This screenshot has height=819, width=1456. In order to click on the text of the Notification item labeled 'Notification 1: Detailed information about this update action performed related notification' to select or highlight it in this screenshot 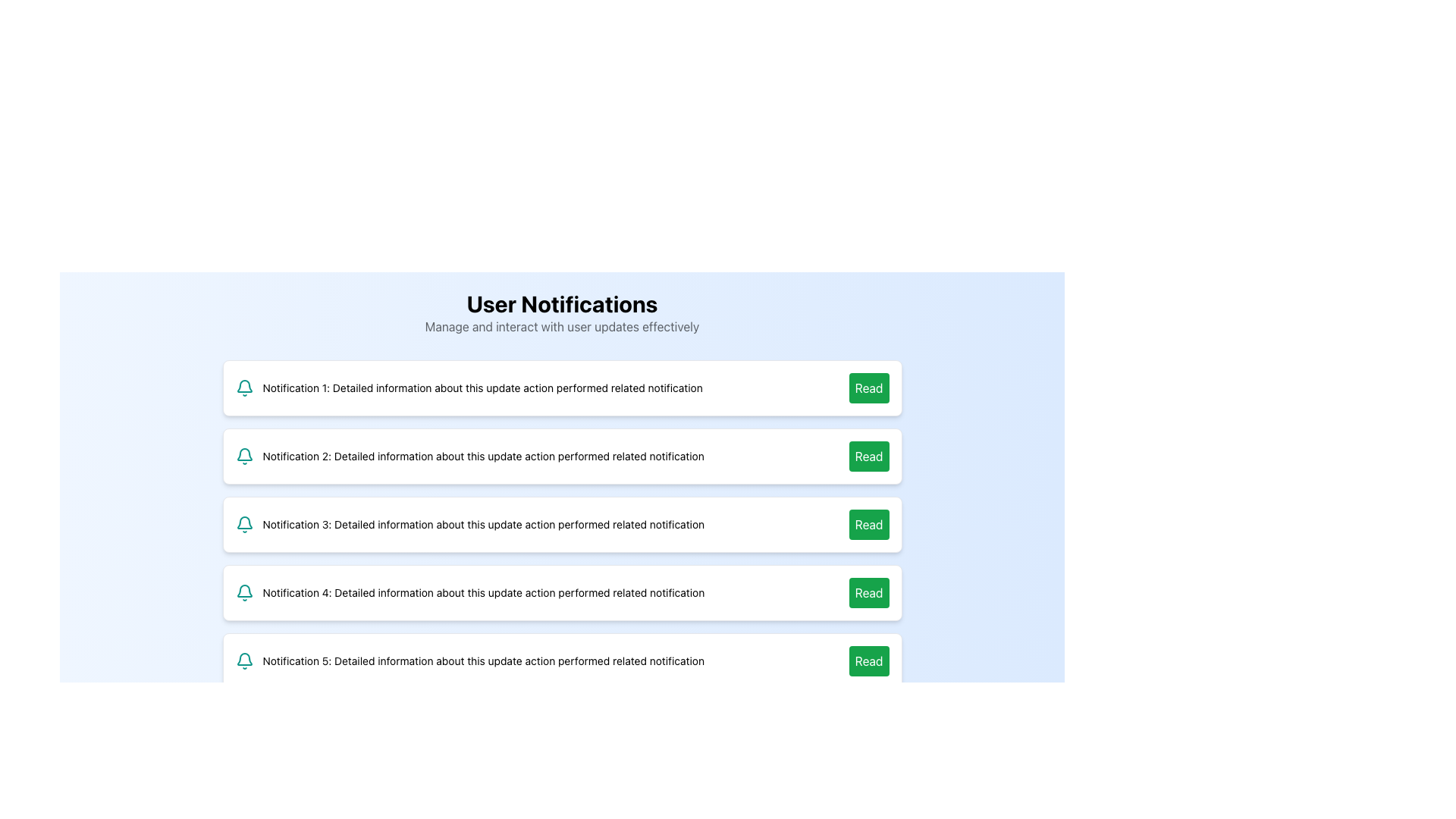, I will do `click(561, 388)`.